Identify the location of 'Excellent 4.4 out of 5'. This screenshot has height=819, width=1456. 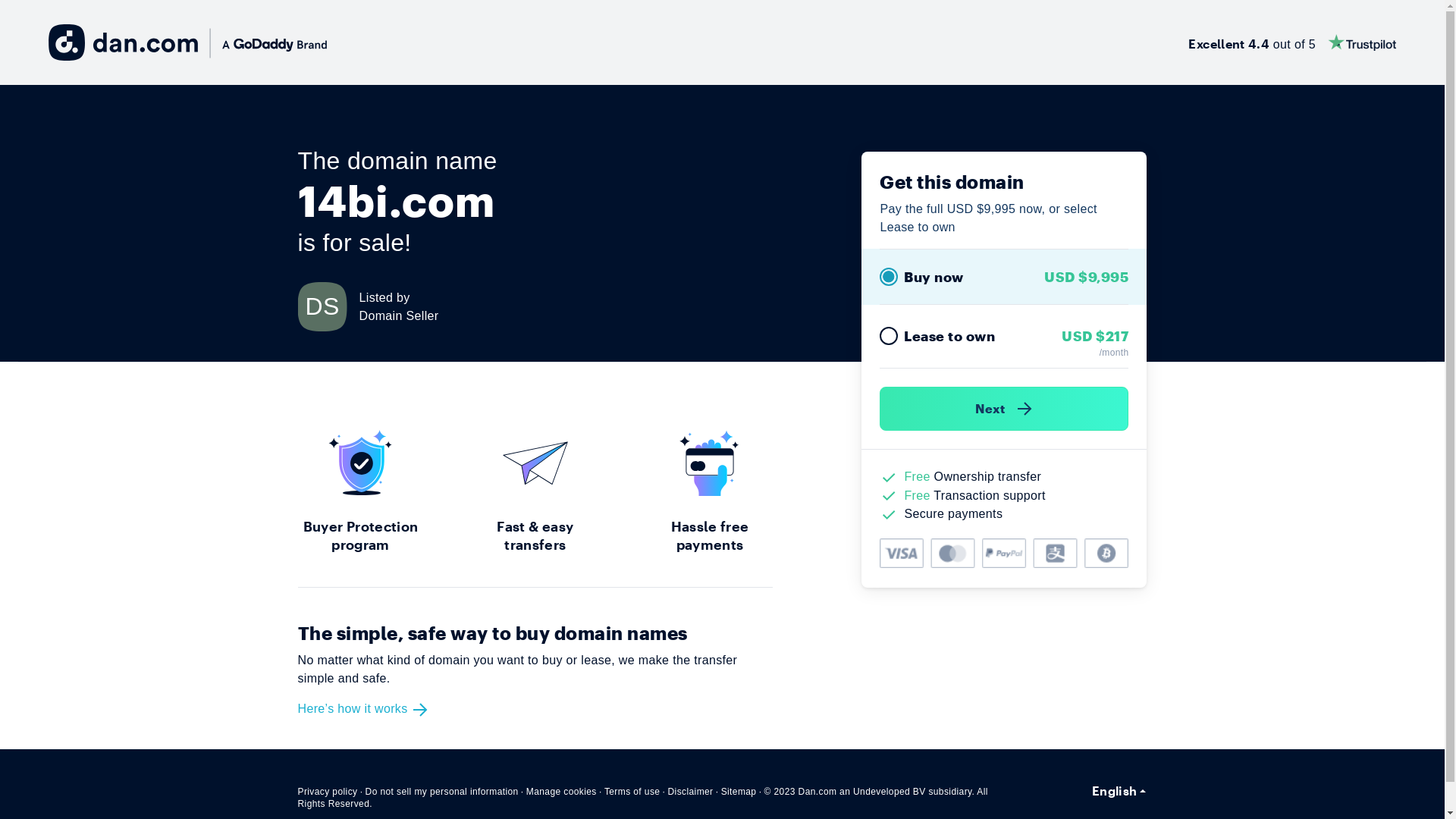
(1291, 42).